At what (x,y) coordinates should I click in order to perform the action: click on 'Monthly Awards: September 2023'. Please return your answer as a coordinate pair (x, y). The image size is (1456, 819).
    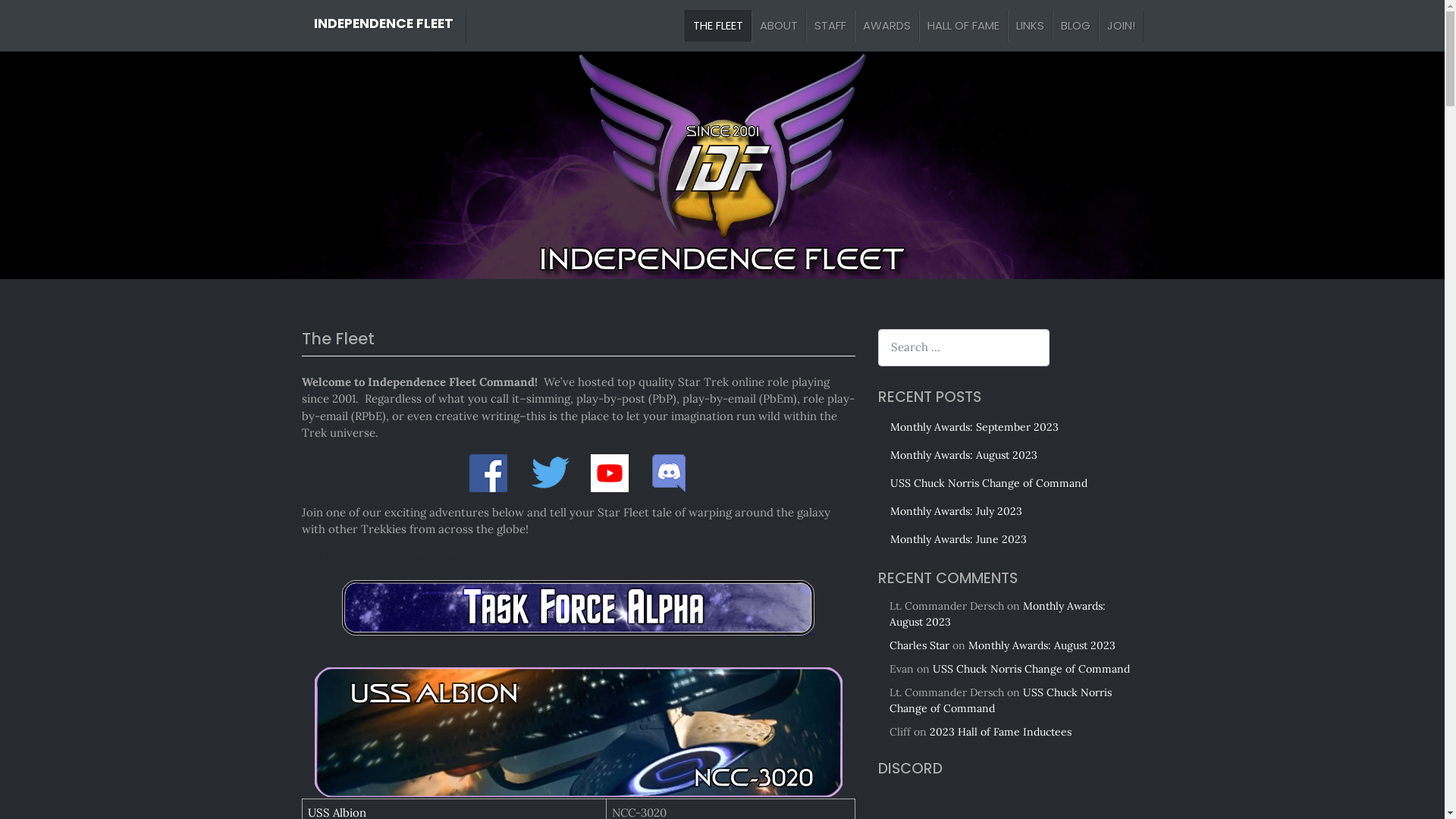
    Looking at the image, I should click on (1011, 427).